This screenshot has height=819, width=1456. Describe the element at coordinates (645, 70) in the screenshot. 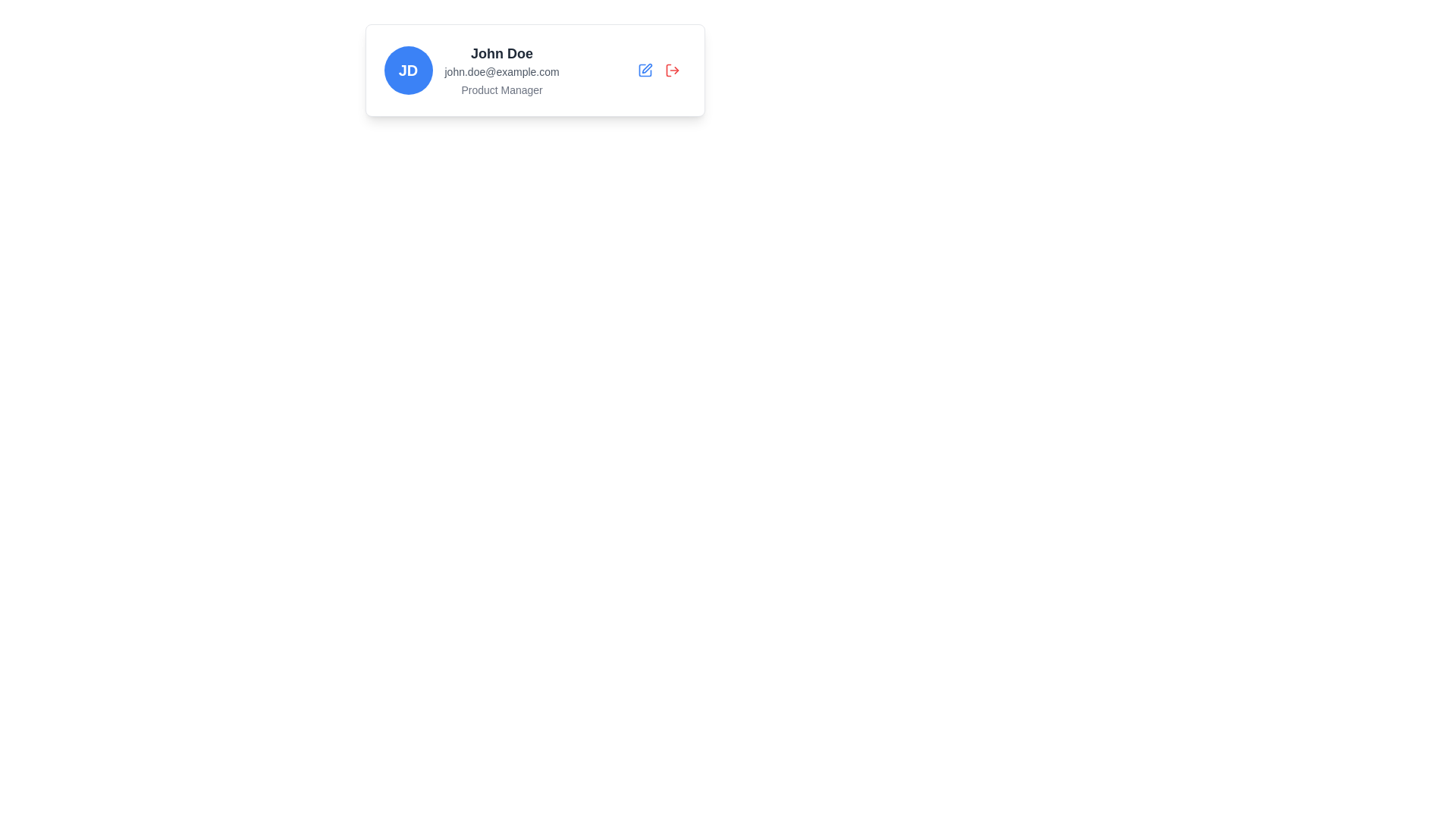

I see `the edit profile button located in the upper-right section of the user information card` at that location.